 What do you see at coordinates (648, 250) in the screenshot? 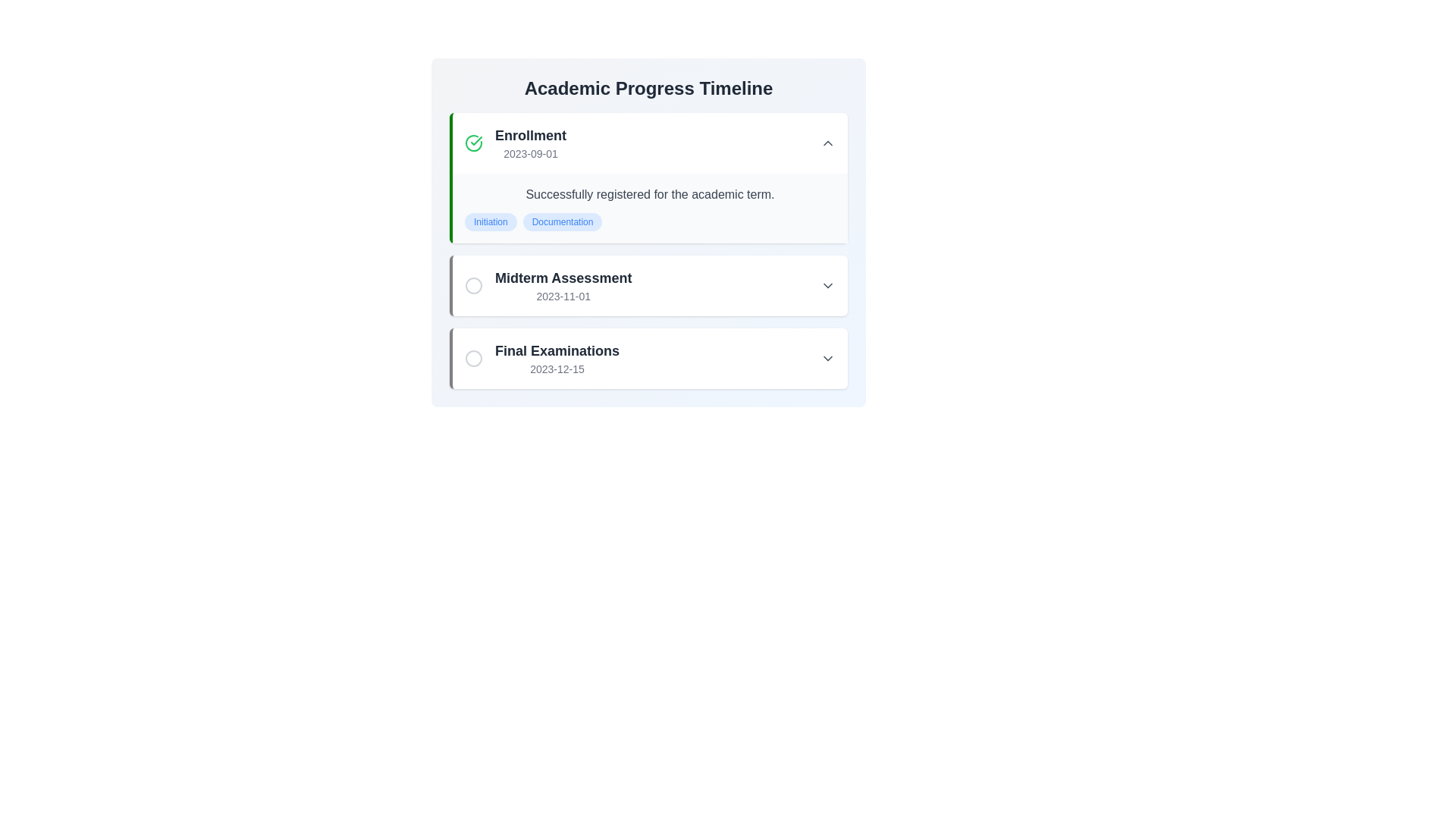
I see `the 'Enrollment' section of the Timeline component` at bounding box center [648, 250].